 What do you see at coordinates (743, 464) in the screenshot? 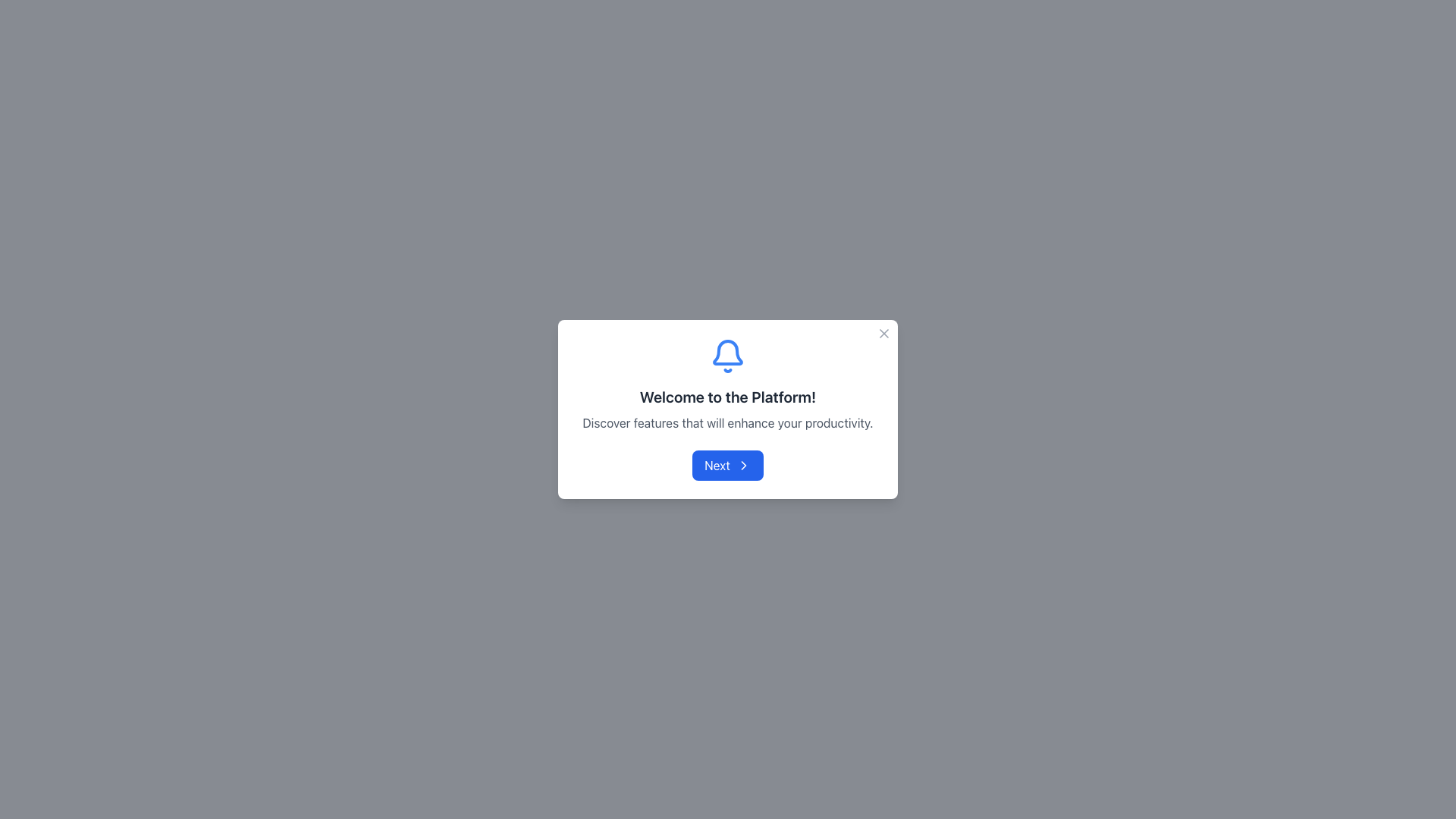
I see `the rightward-pointing chevron icon inside the blue 'Next' button` at bounding box center [743, 464].